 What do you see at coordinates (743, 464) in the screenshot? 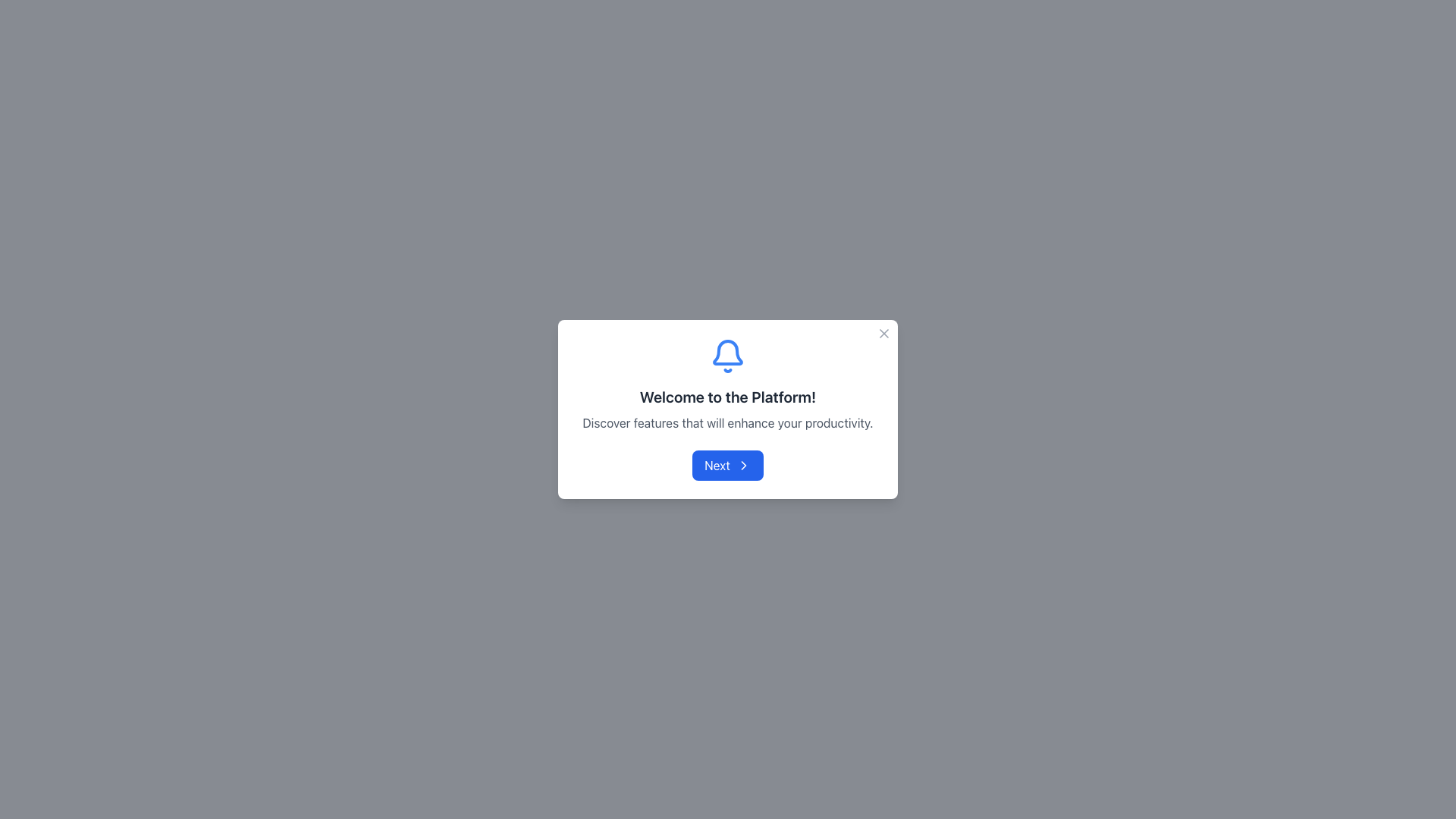
I see `the rightward-pointing chevron icon inside the blue 'Next' button` at bounding box center [743, 464].